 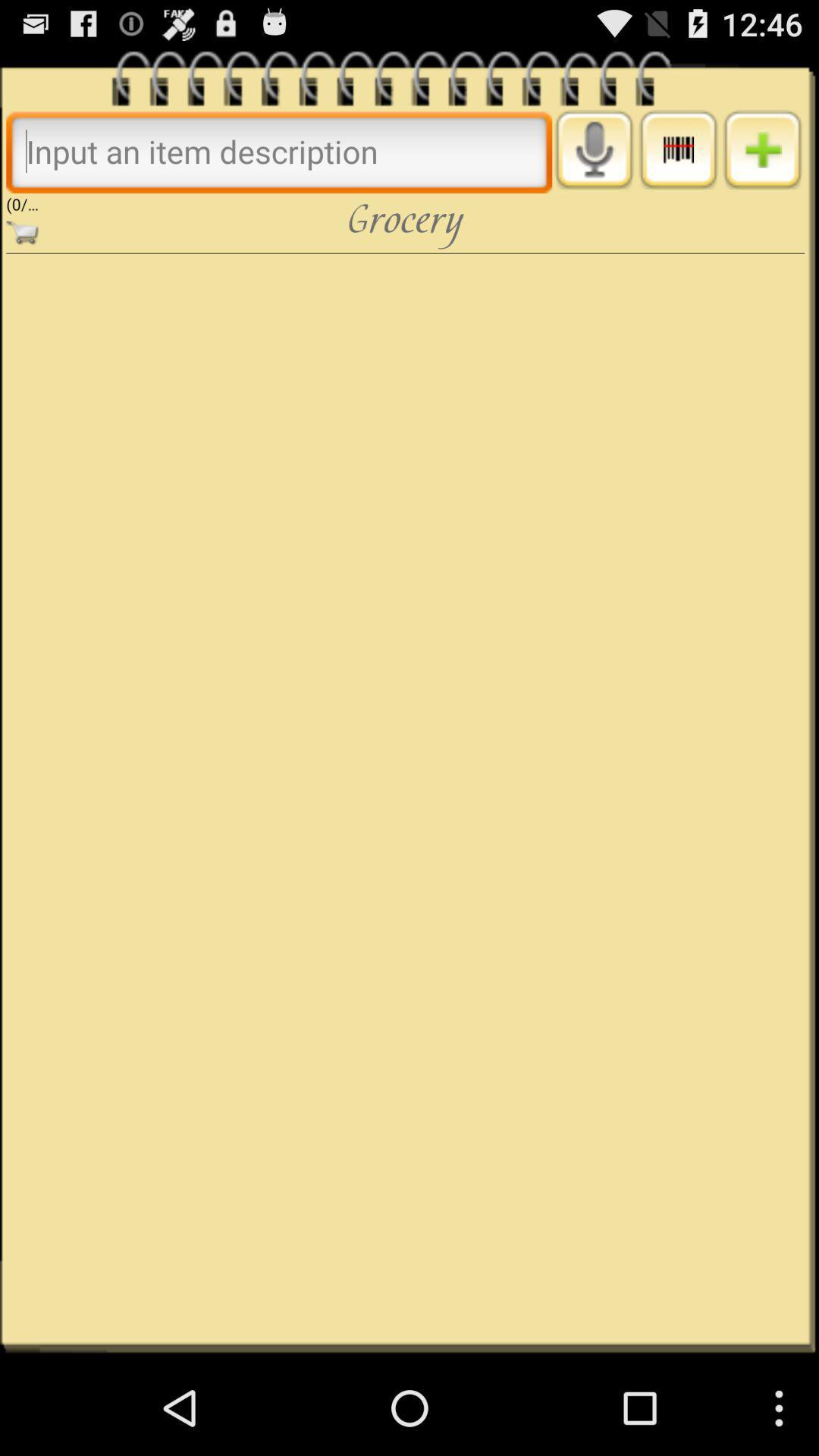 What do you see at coordinates (279, 151) in the screenshot?
I see `put in word to search` at bounding box center [279, 151].